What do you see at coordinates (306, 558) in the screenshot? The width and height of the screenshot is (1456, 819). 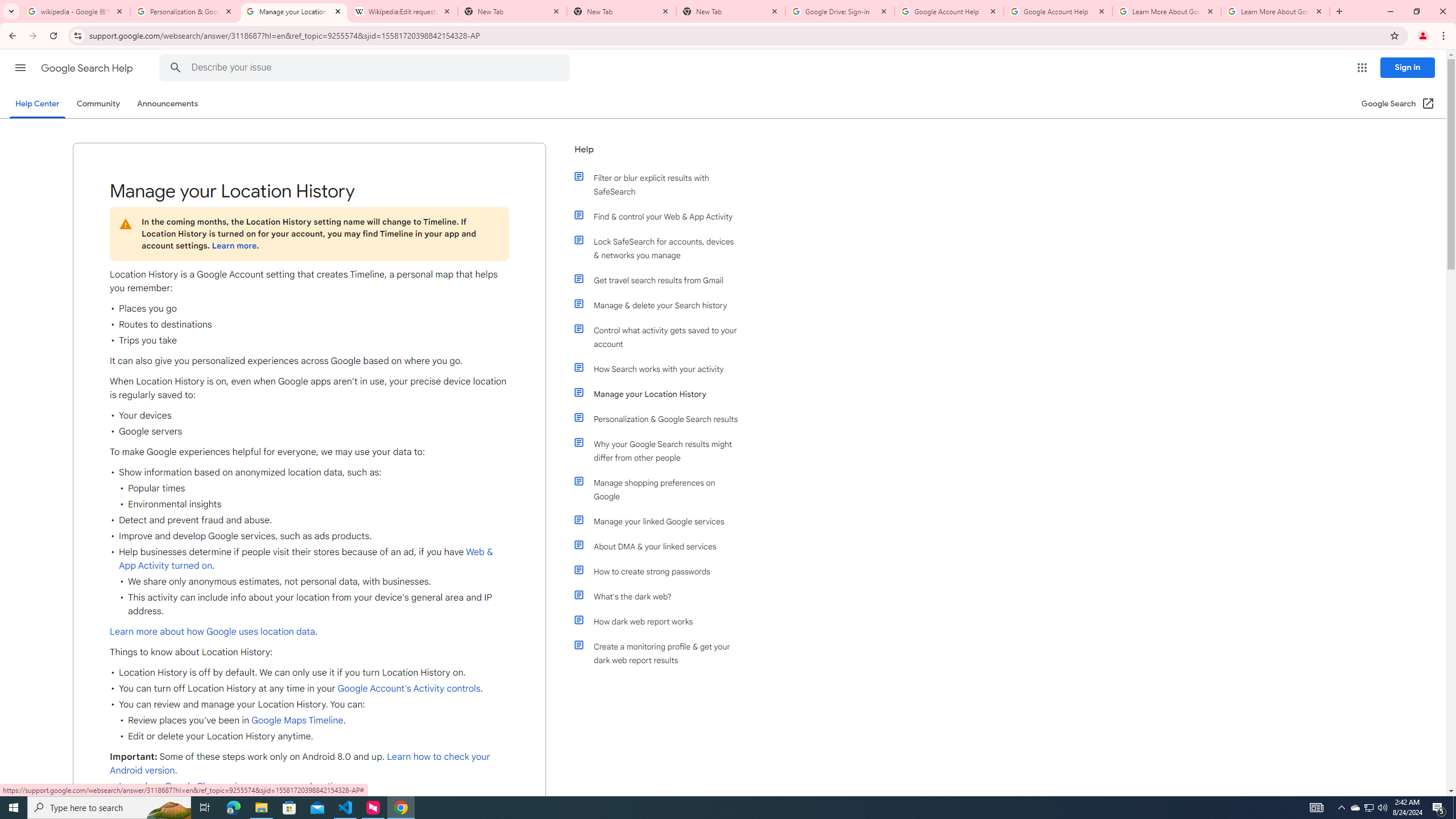 I see `'Web & App Activity turned on'` at bounding box center [306, 558].